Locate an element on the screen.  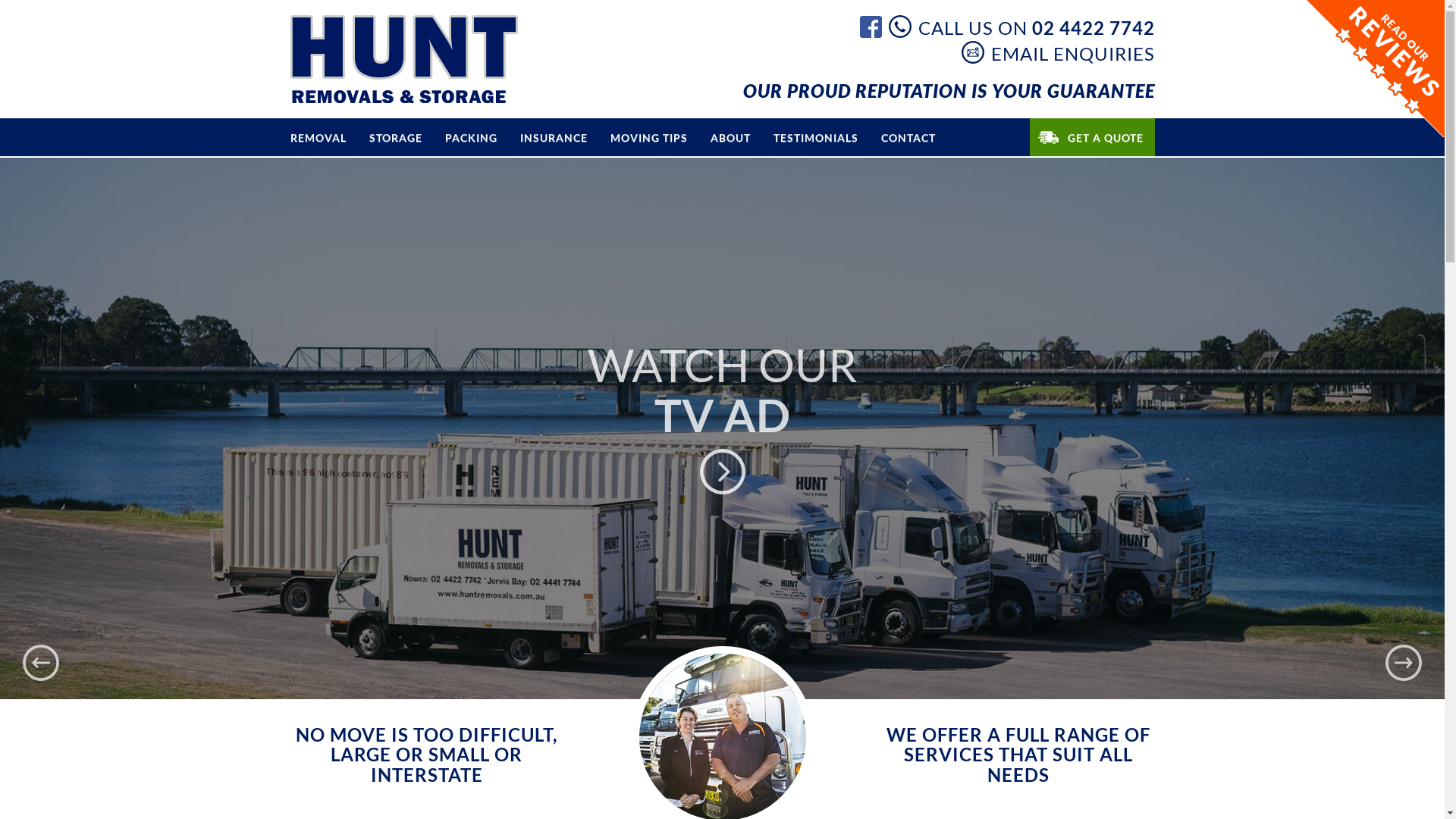
'MOVING TIPS' is located at coordinates (648, 137).